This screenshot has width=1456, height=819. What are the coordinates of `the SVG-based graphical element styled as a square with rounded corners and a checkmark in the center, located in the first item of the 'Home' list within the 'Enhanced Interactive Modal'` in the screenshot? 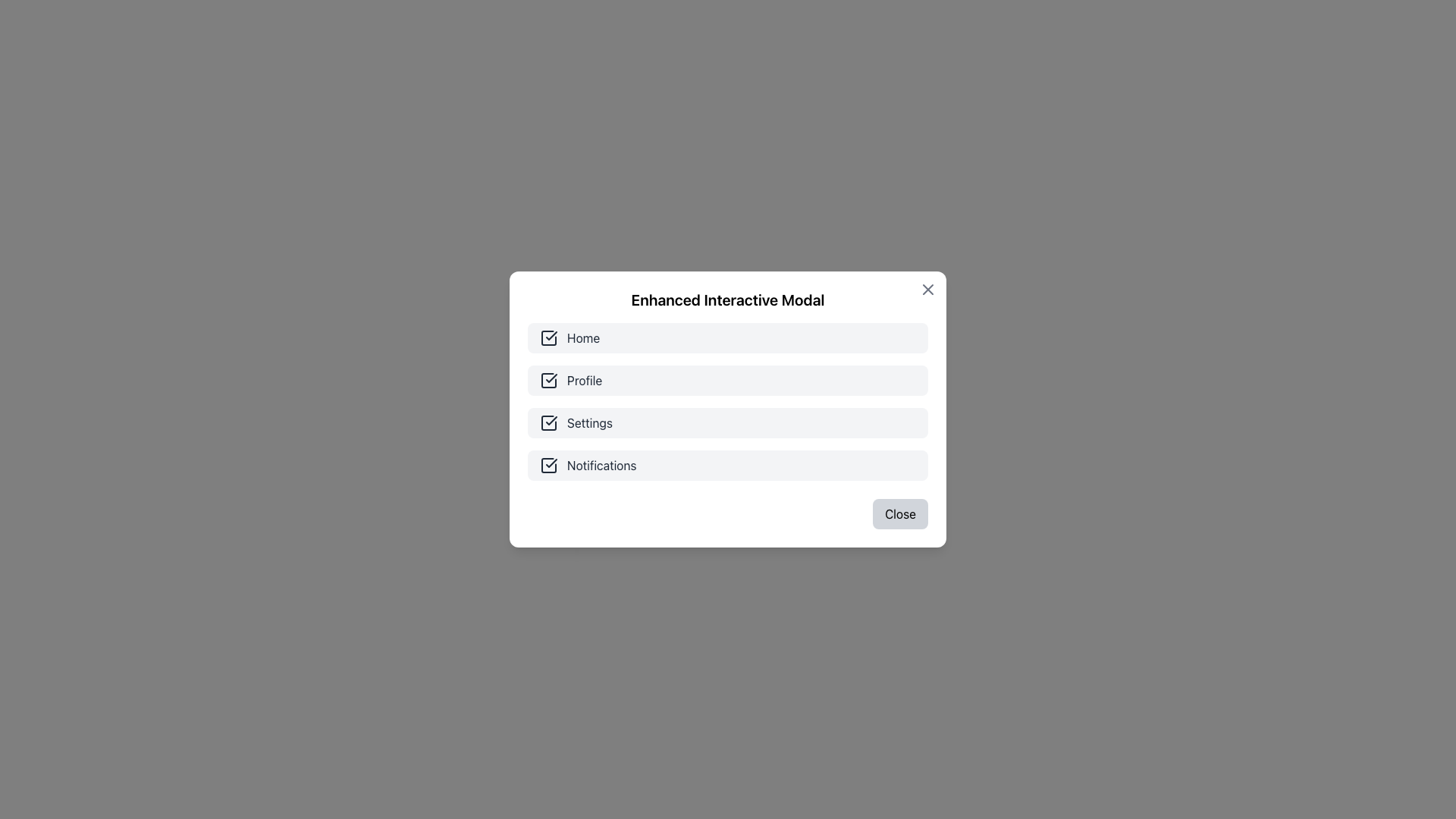 It's located at (548, 337).